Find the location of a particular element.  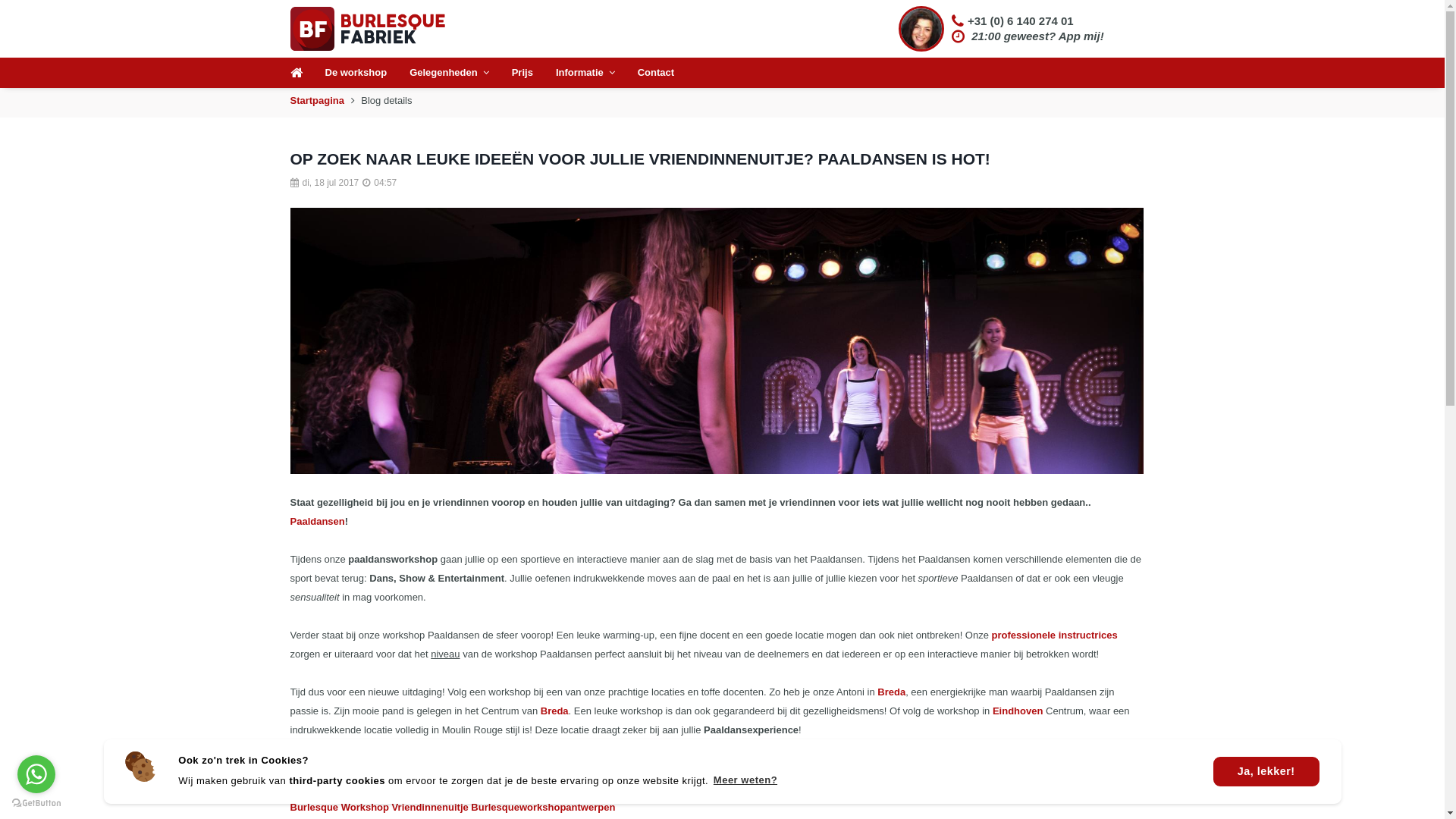

'Ja, lekker!' is located at coordinates (1266, 772).